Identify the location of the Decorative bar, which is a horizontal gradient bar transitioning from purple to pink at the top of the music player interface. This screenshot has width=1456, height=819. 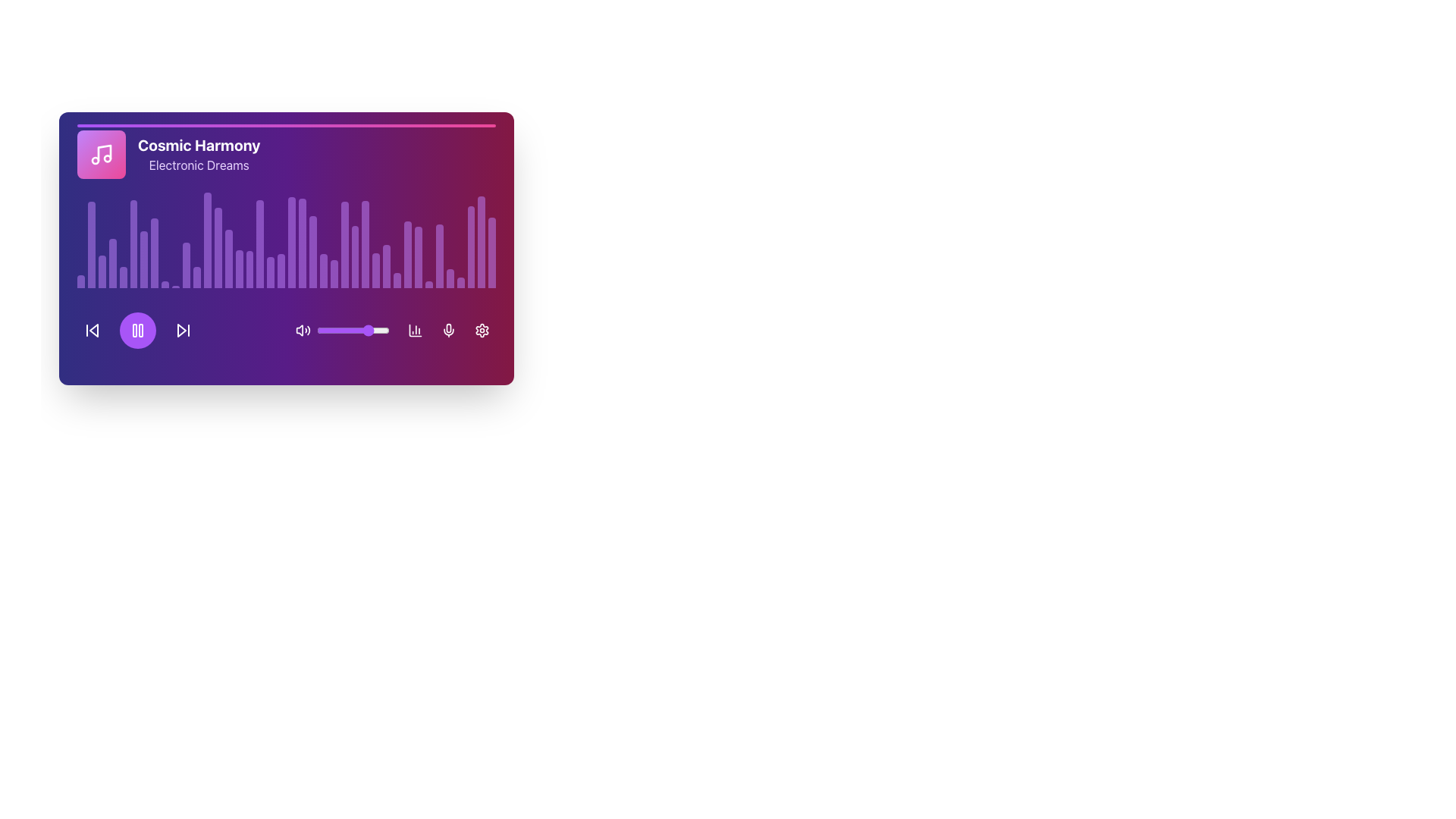
(287, 124).